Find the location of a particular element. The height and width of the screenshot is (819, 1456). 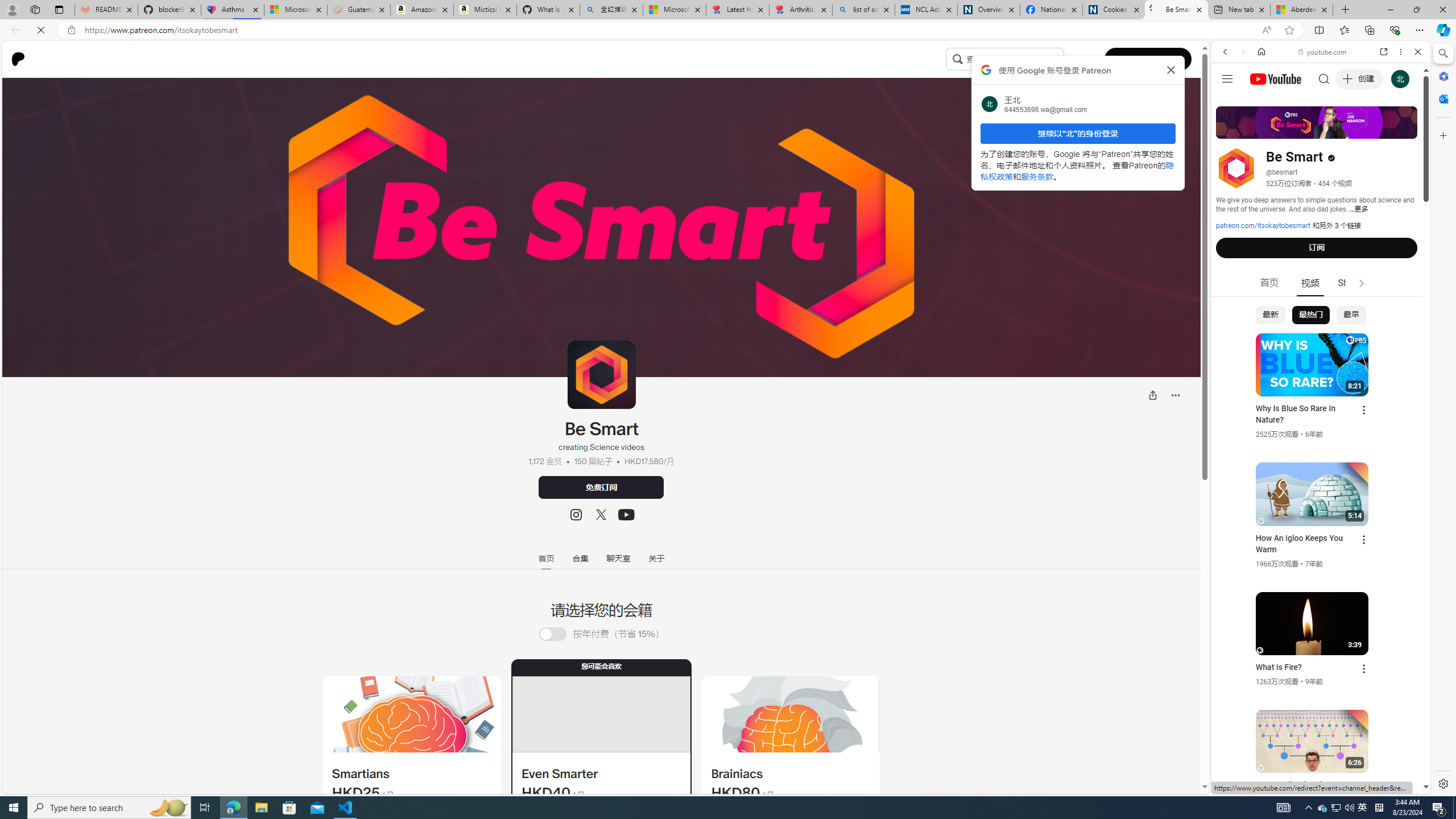

'you' is located at coordinates (1316, 755).